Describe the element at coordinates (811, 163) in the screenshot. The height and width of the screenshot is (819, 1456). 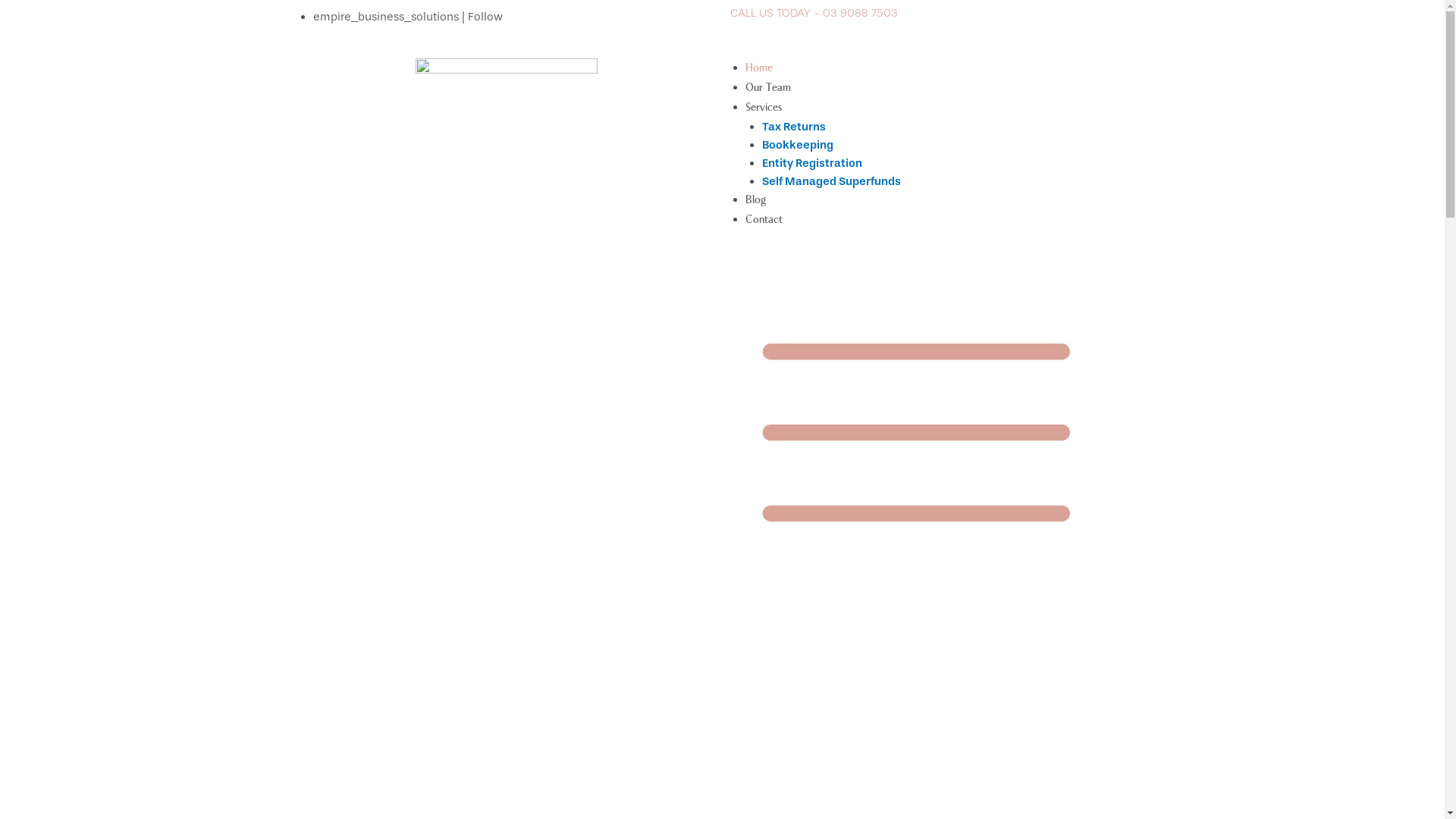
I see `'Entity Registration'` at that location.